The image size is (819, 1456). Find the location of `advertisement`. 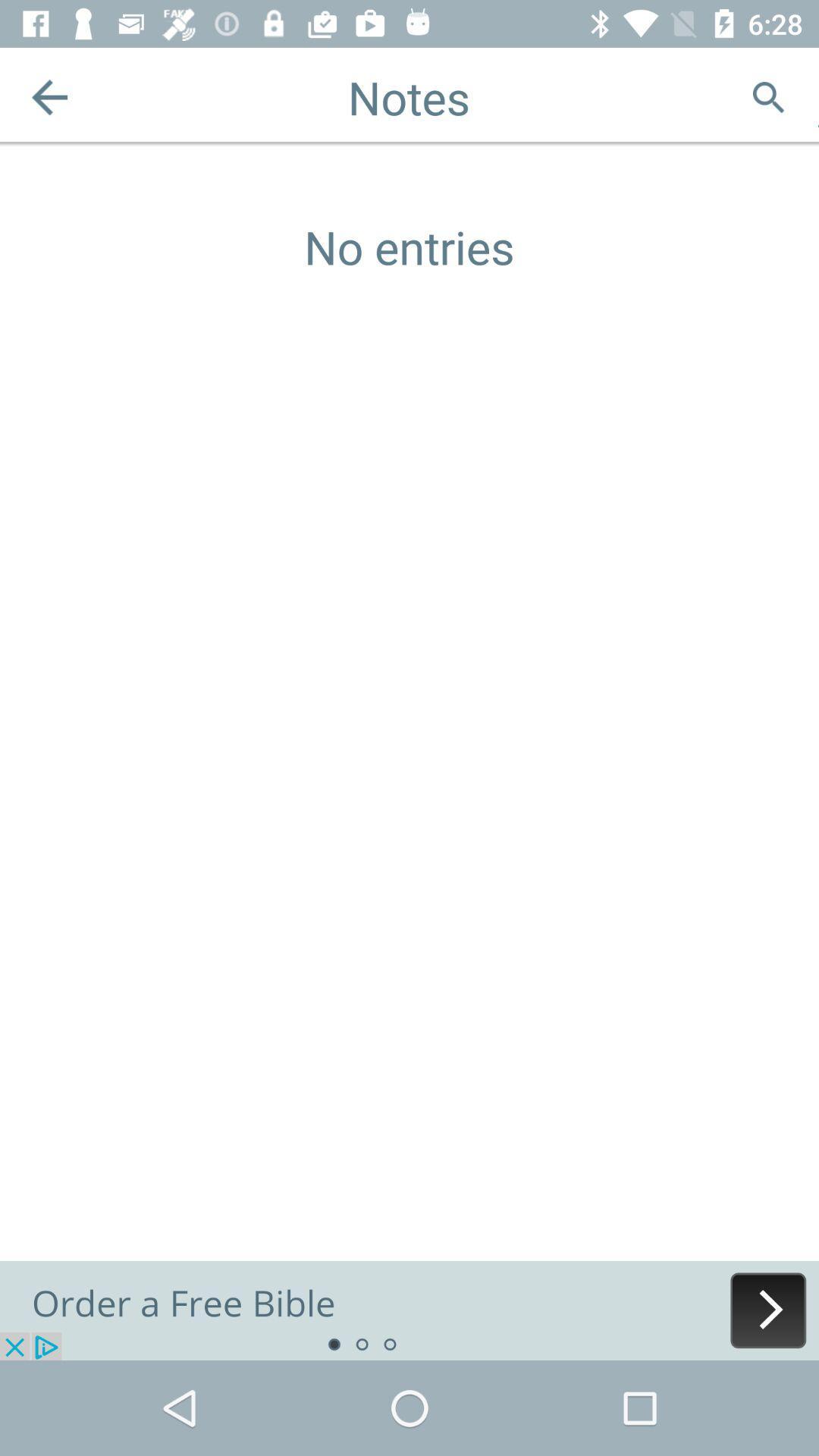

advertisement is located at coordinates (409, 1310).